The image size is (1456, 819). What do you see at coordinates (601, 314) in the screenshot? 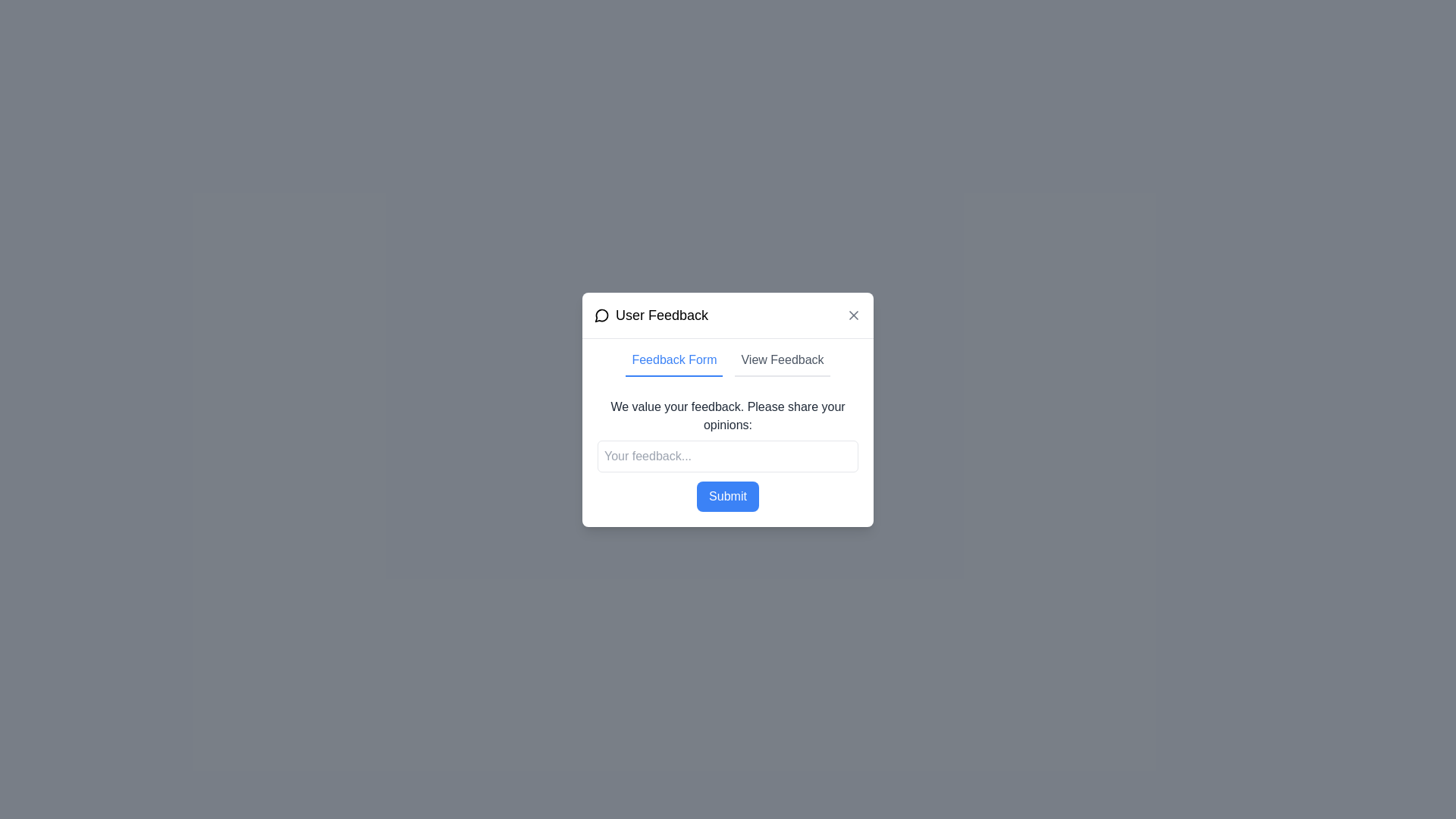
I see `the message circle icon, which has a black outline and is transparent, located in the top-left corner of the modal header before the 'User Feedback' text` at bounding box center [601, 314].